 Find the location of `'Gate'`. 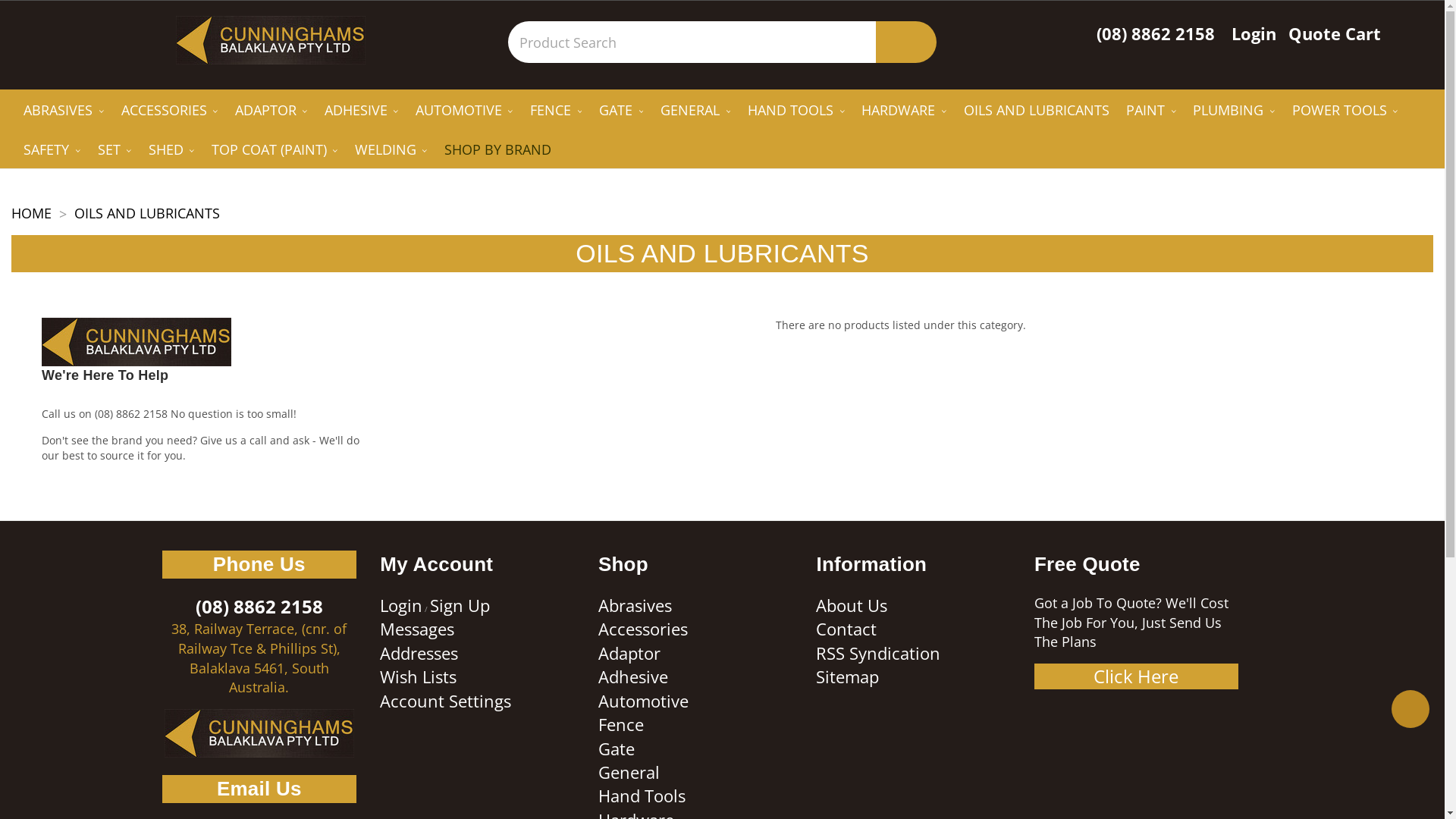

'Gate' is located at coordinates (616, 748).